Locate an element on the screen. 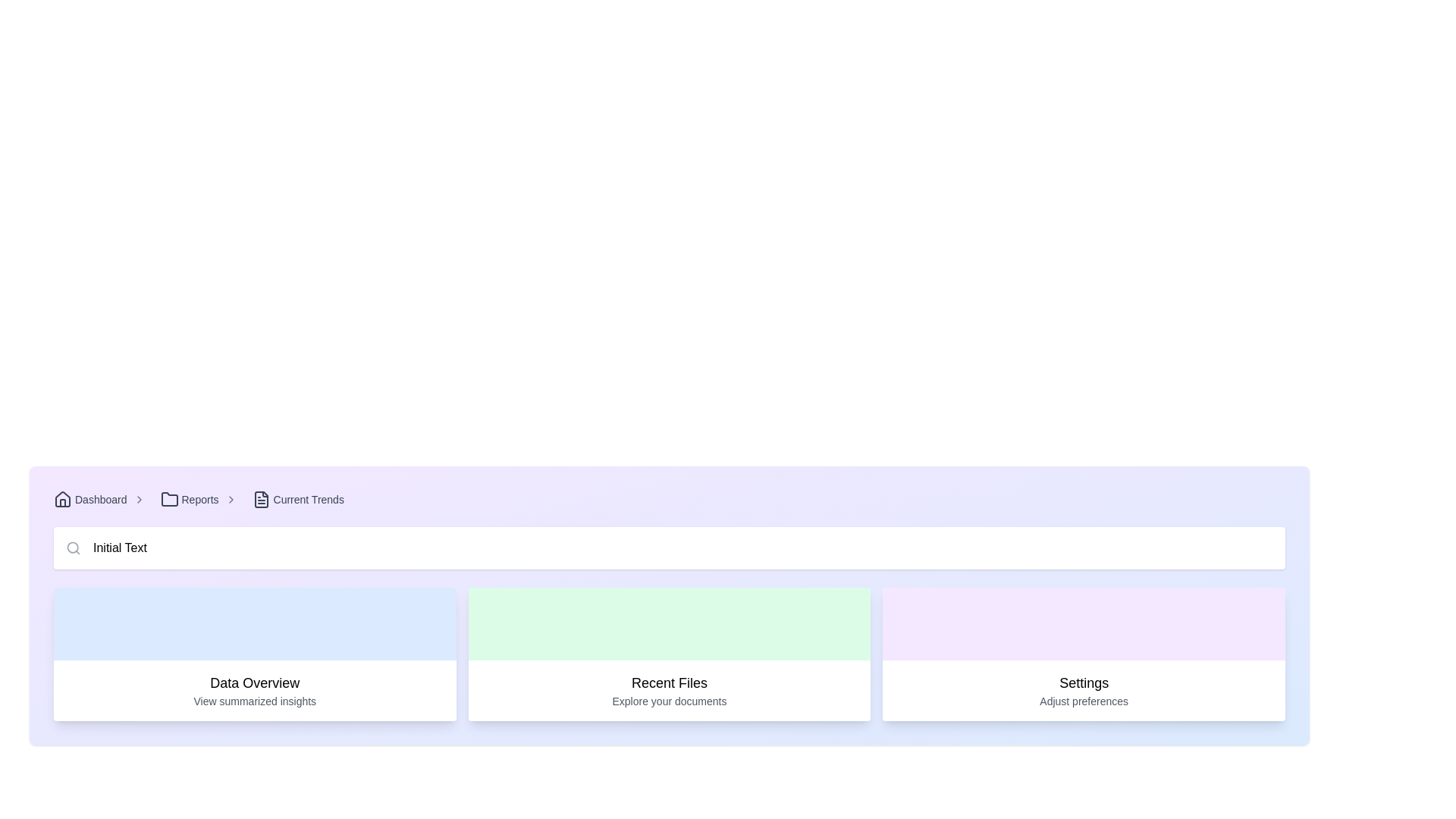 The image size is (1456, 819). the vertically aligned text block labeled 'Recent Files' which is visually centered in a white rectangular area below a light green background is located at coordinates (669, 690).